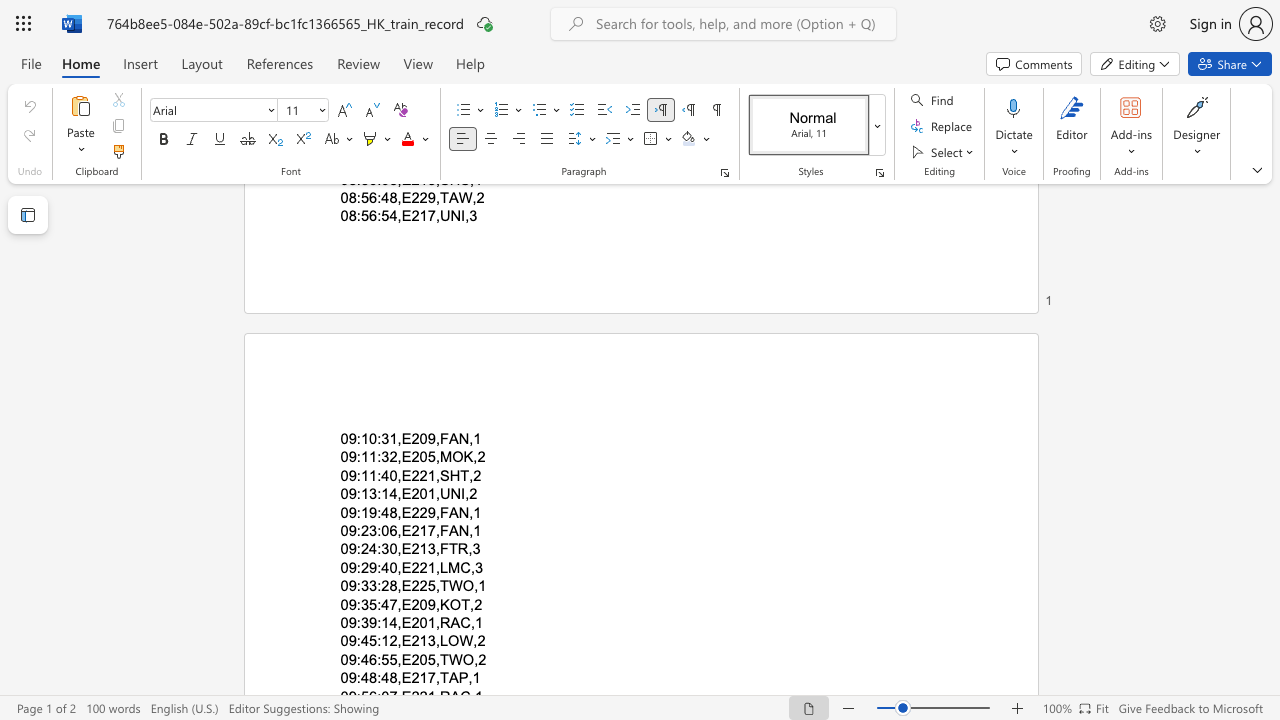 This screenshot has height=720, width=1280. Describe the element at coordinates (360, 622) in the screenshot. I see `the subset text "39:14,E201,RAC,1" within the text "09:39:14,E201,RAC,1"` at that location.